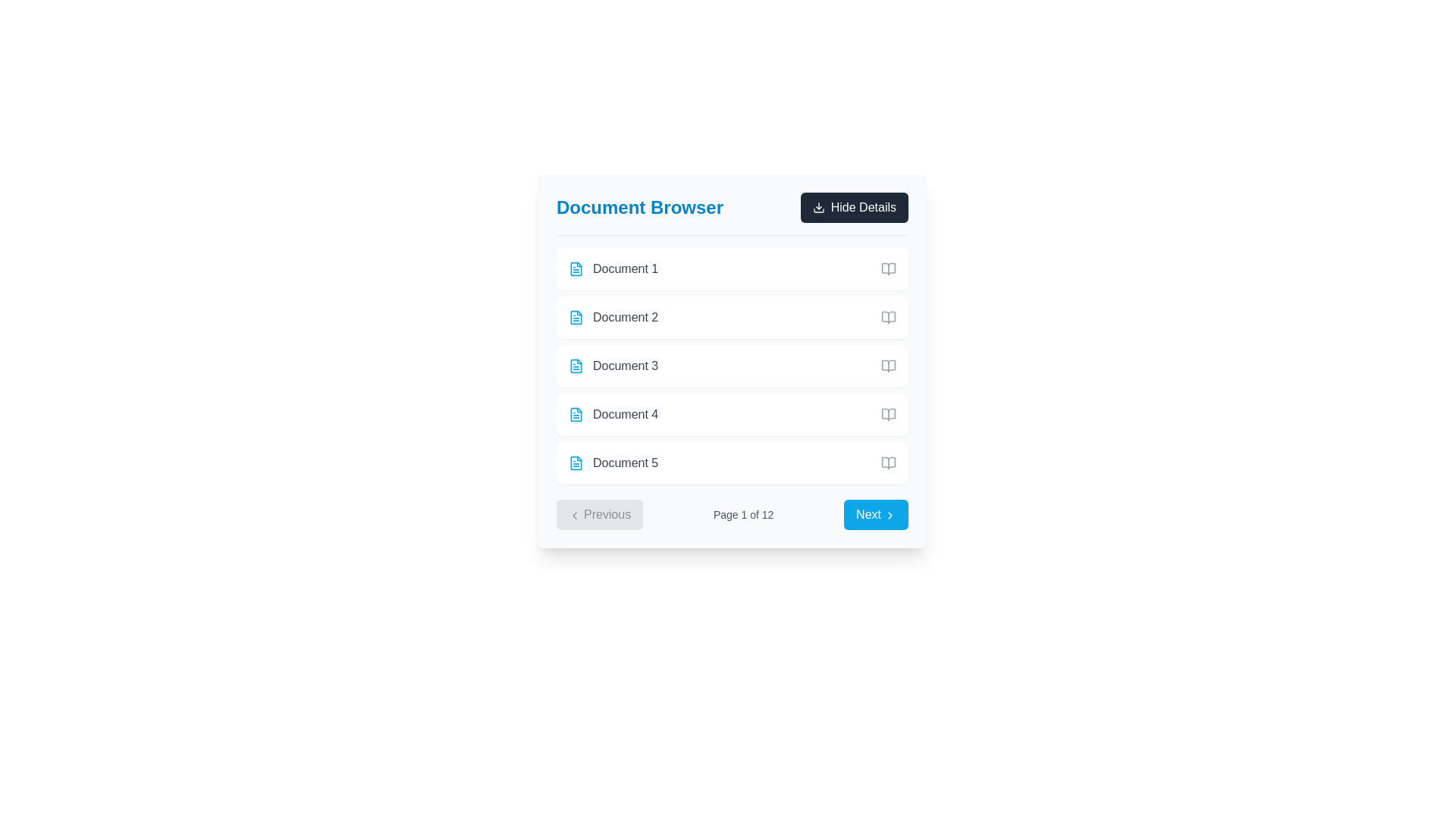 The width and height of the screenshot is (1456, 819). What do you see at coordinates (575, 415) in the screenshot?
I see `the document icon located in the left part of the fourth row of the document list in the 'Document Browser' interface, adjacent to the text label 'Document 4'` at bounding box center [575, 415].